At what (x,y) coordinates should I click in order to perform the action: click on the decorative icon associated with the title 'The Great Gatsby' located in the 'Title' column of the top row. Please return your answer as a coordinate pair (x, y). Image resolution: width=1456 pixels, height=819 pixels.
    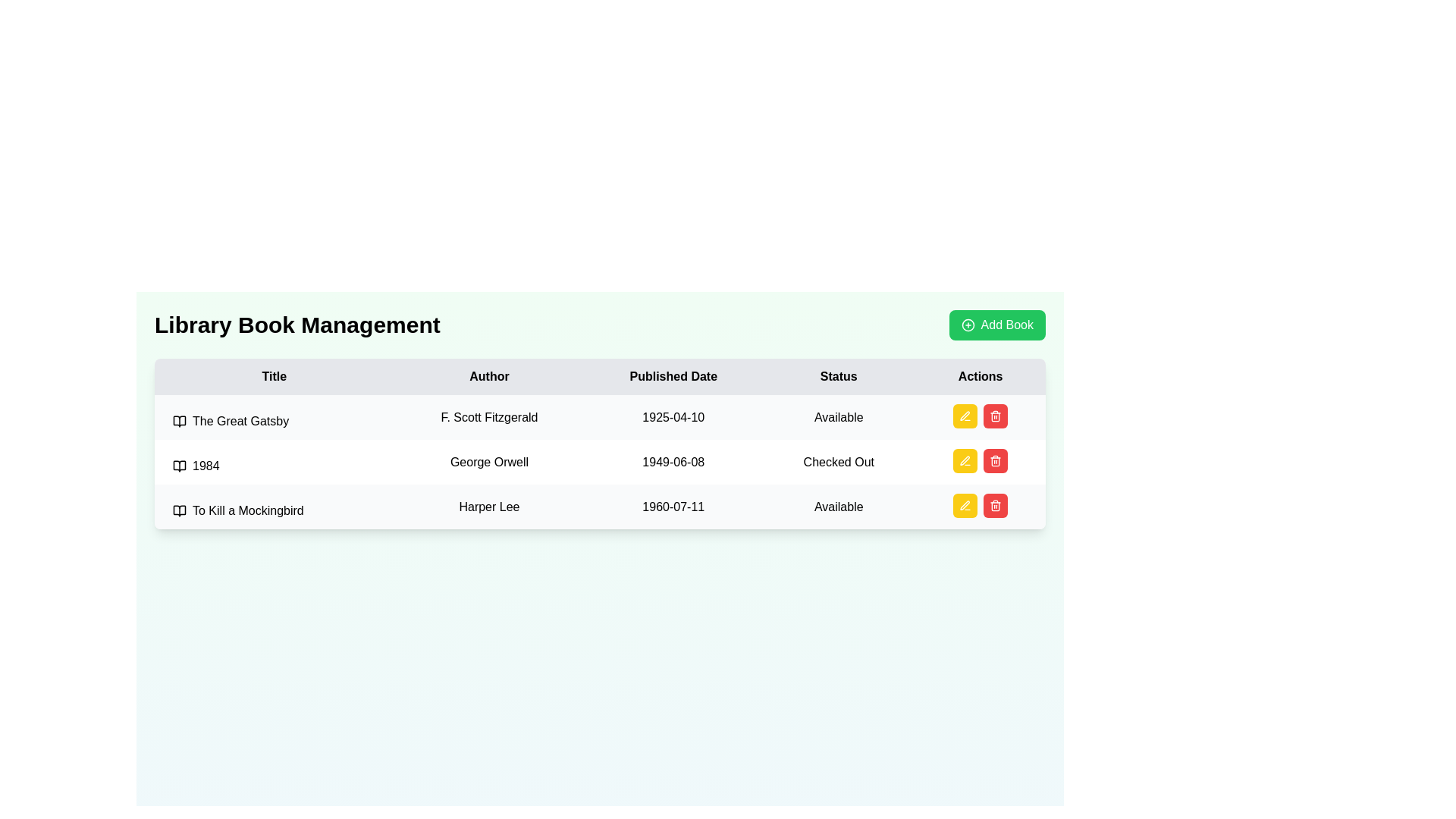
    Looking at the image, I should click on (179, 421).